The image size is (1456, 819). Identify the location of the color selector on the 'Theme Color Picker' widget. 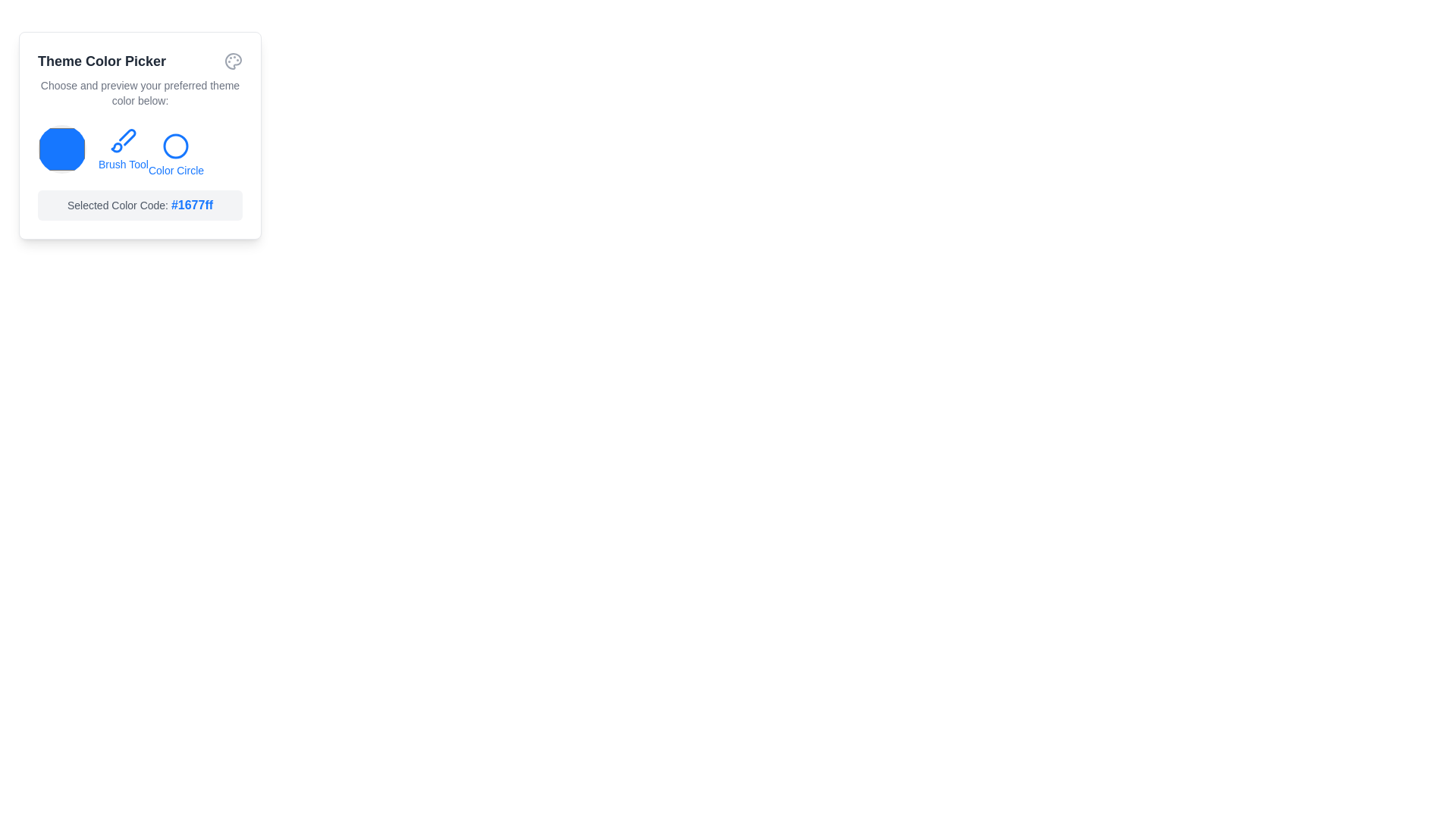
(140, 134).